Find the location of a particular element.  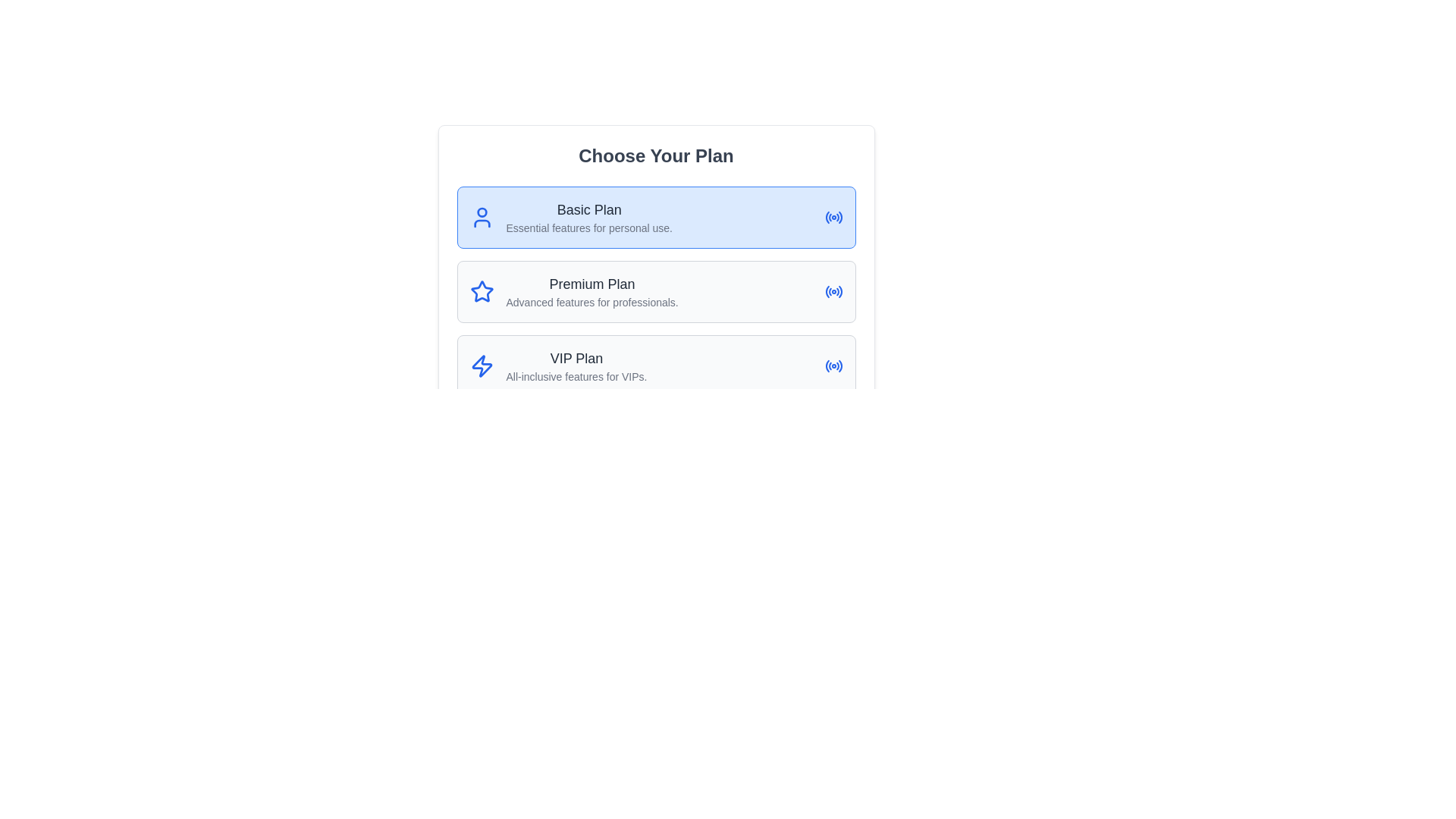

the radio button styled as an icon for the 'Premium Plan' is located at coordinates (833, 292).